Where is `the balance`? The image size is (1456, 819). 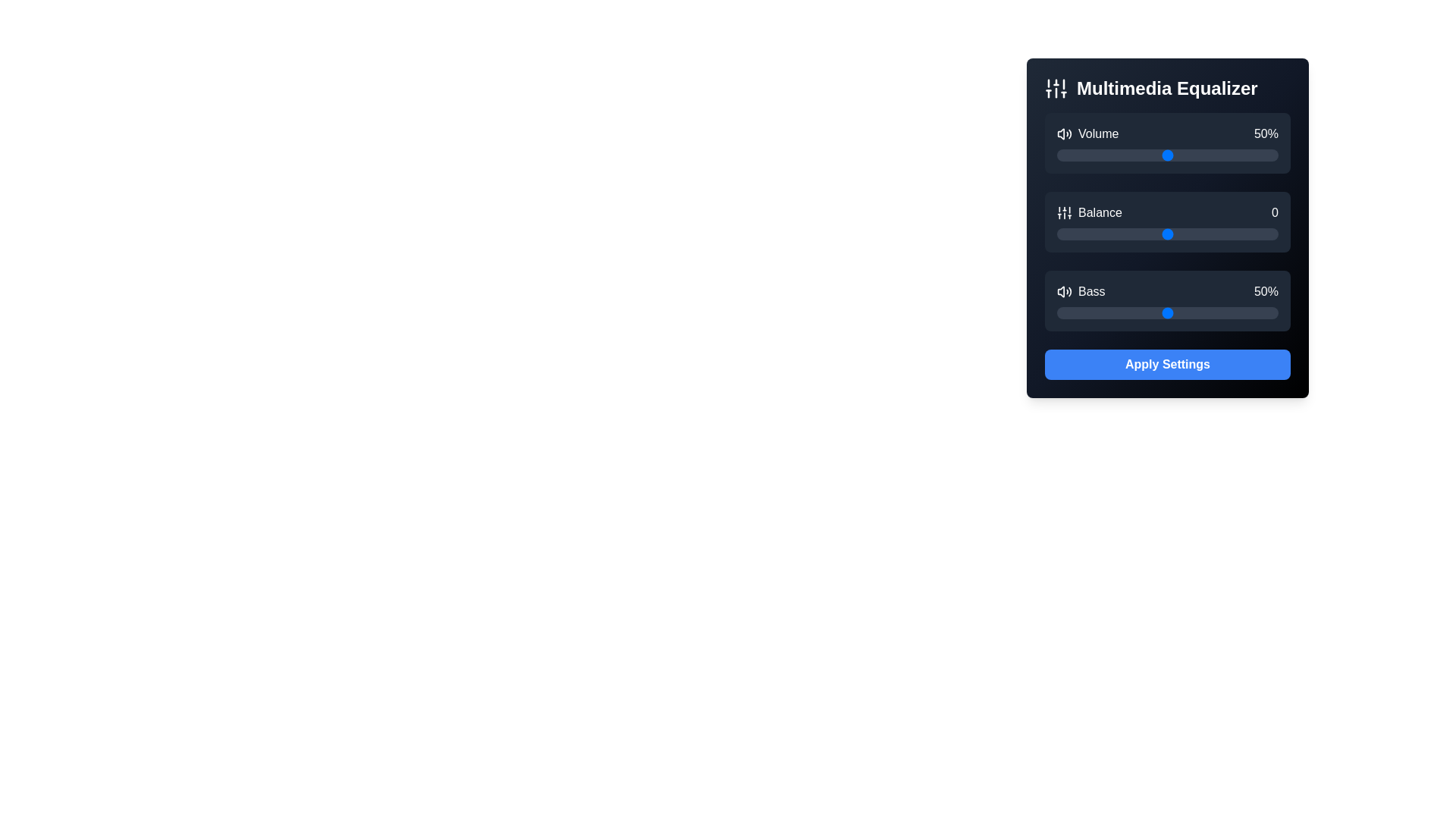 the balance is located at coordinates (1238, 234).